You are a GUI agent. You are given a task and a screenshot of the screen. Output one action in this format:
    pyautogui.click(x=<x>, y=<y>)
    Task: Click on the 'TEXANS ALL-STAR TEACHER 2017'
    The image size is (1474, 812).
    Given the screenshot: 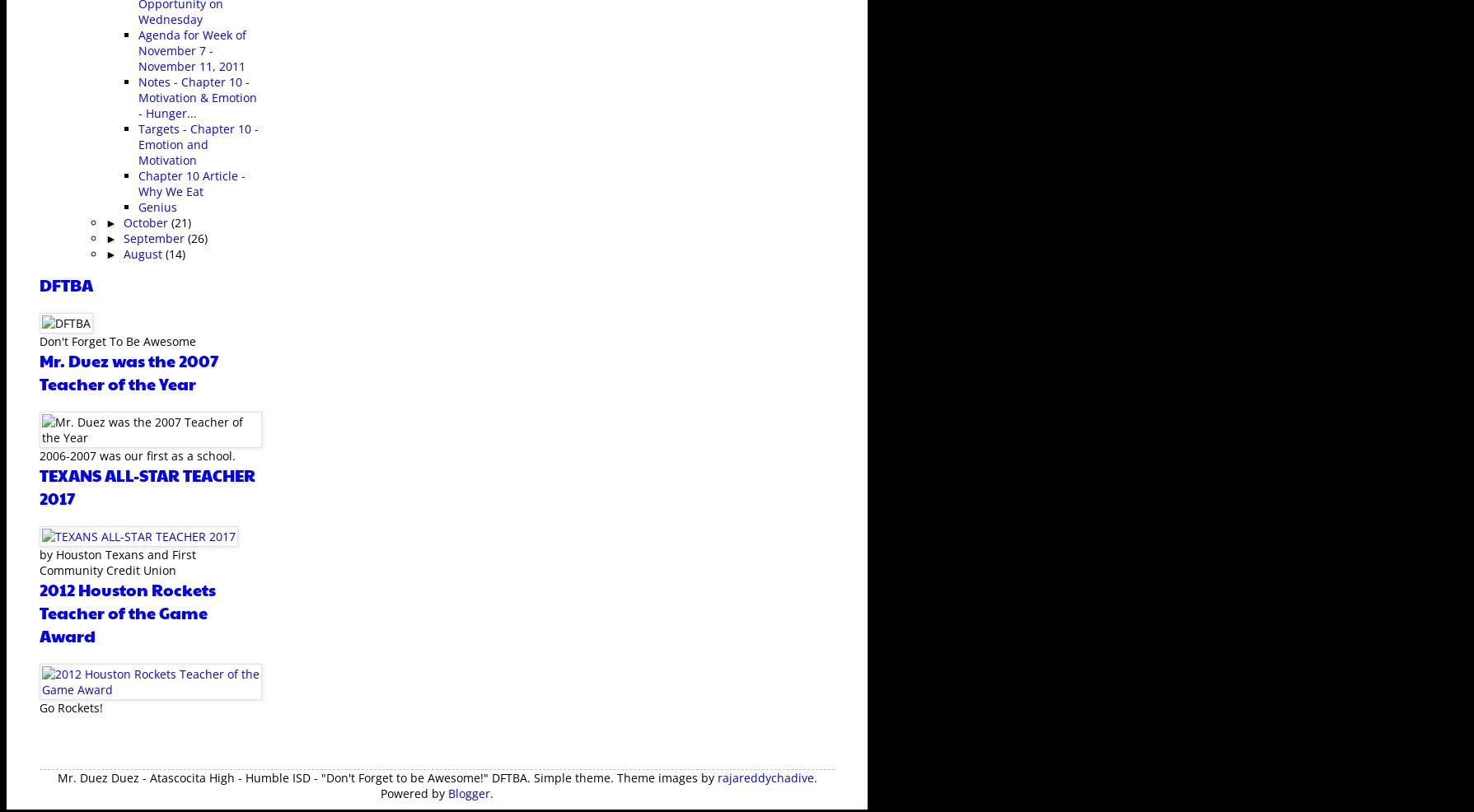 What is the action you would take?
    pyautogui.click(x=39, y=486)
    